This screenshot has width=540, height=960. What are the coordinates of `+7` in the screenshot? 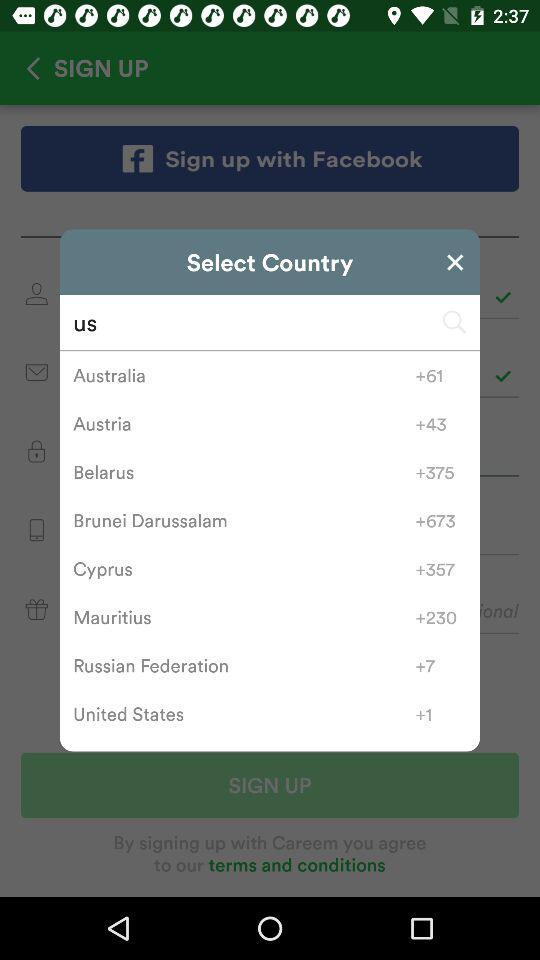 It's located at (441, 665).